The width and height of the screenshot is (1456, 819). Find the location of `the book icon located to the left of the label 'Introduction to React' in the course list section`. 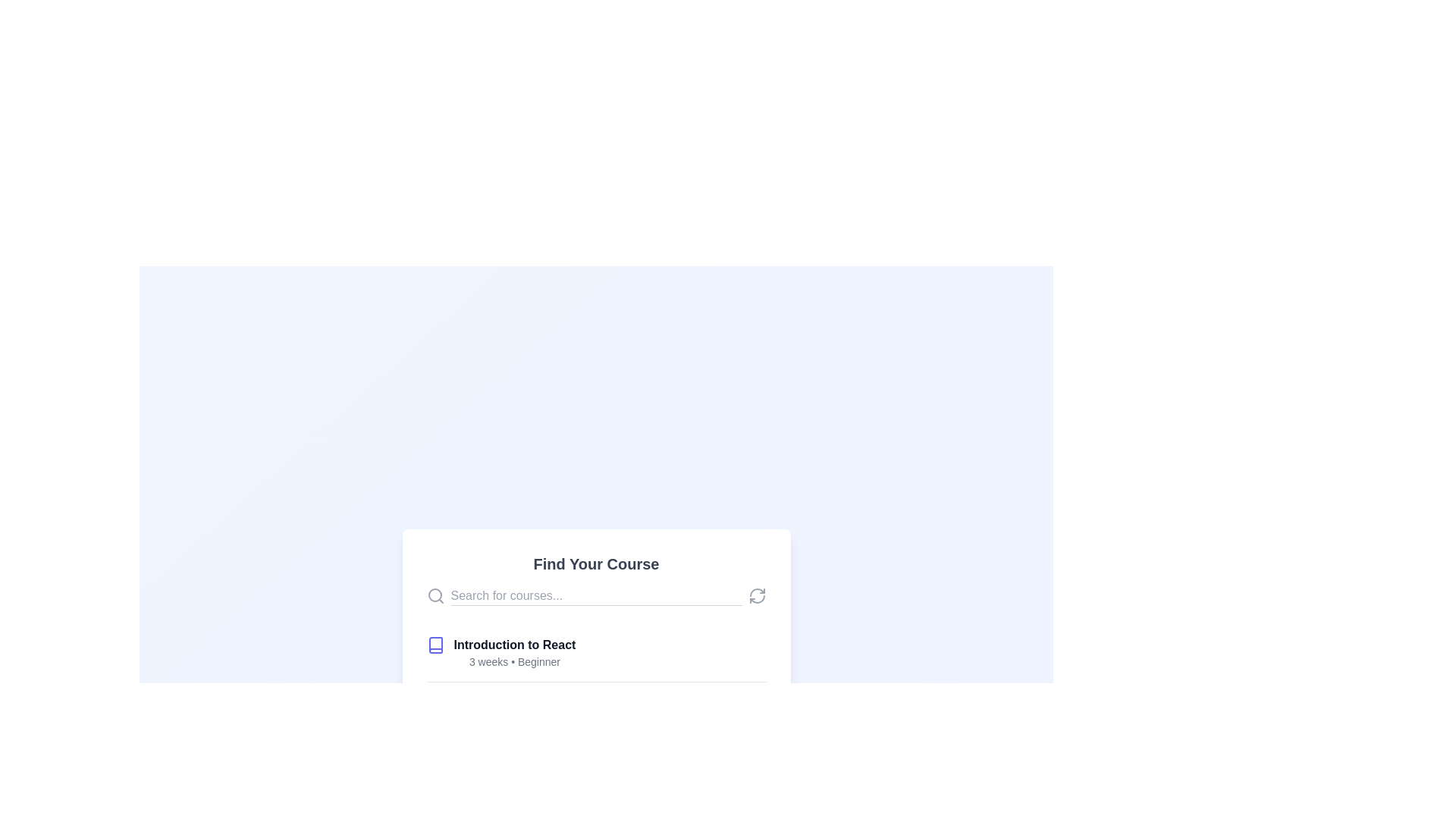

the book icon located to the left of the label 'Introduction to React' in the course list section is located at coordinates (435, 645).